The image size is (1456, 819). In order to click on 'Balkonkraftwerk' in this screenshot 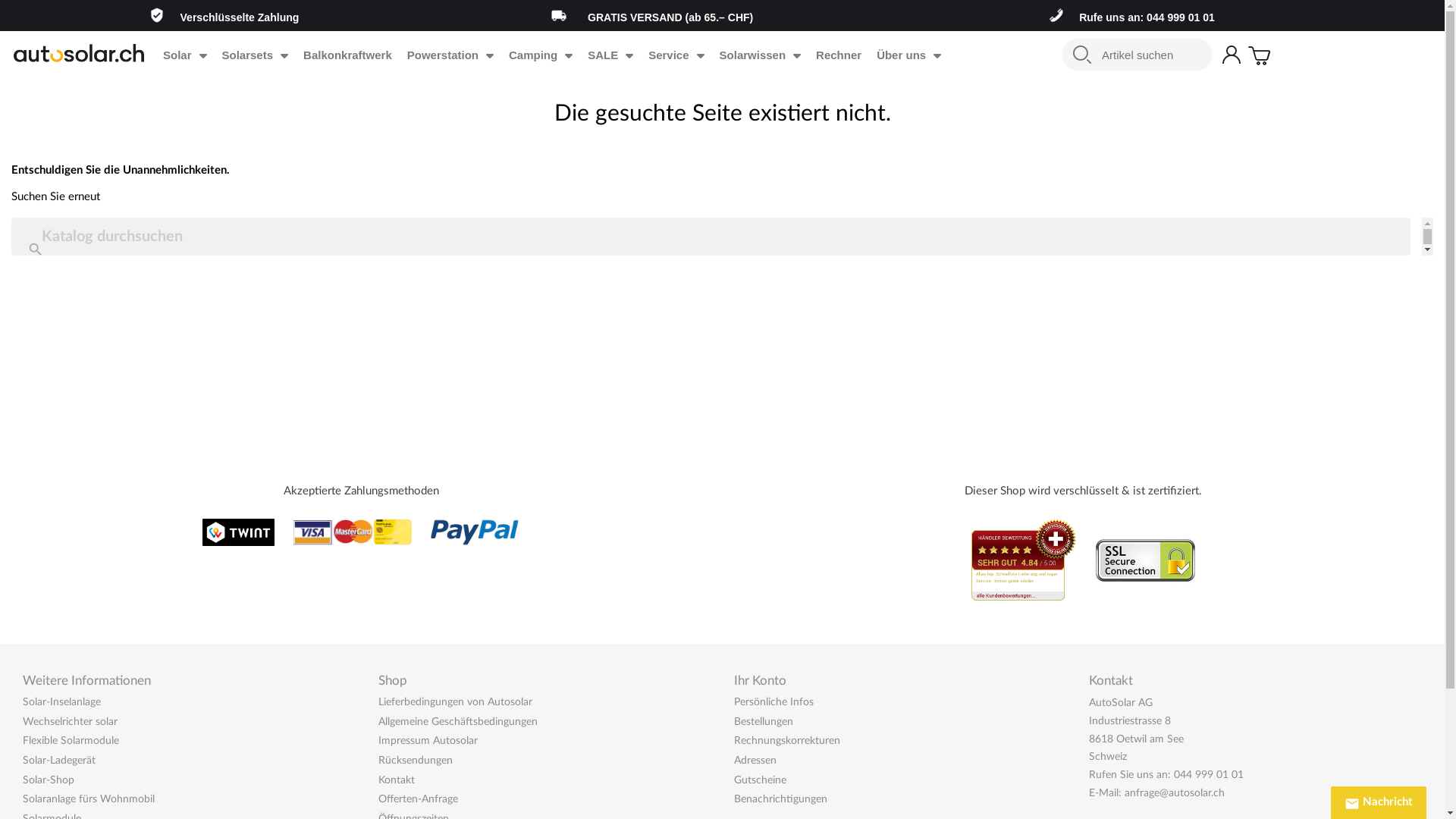, I will do `click(347, 55)`.